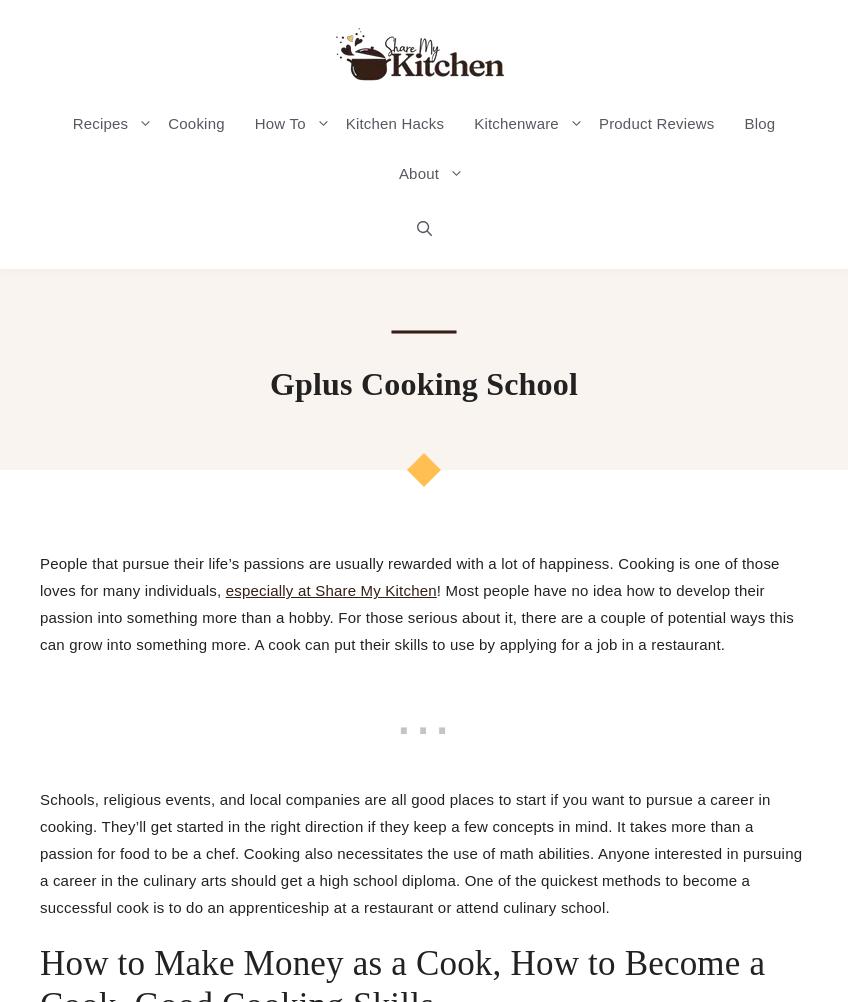 The width and height of the screenshot is (848, 1002). What do you see at coordinates (473, 122) in the screenshot?
I see `'Kitchenware'` at bounding box center [473, 122].